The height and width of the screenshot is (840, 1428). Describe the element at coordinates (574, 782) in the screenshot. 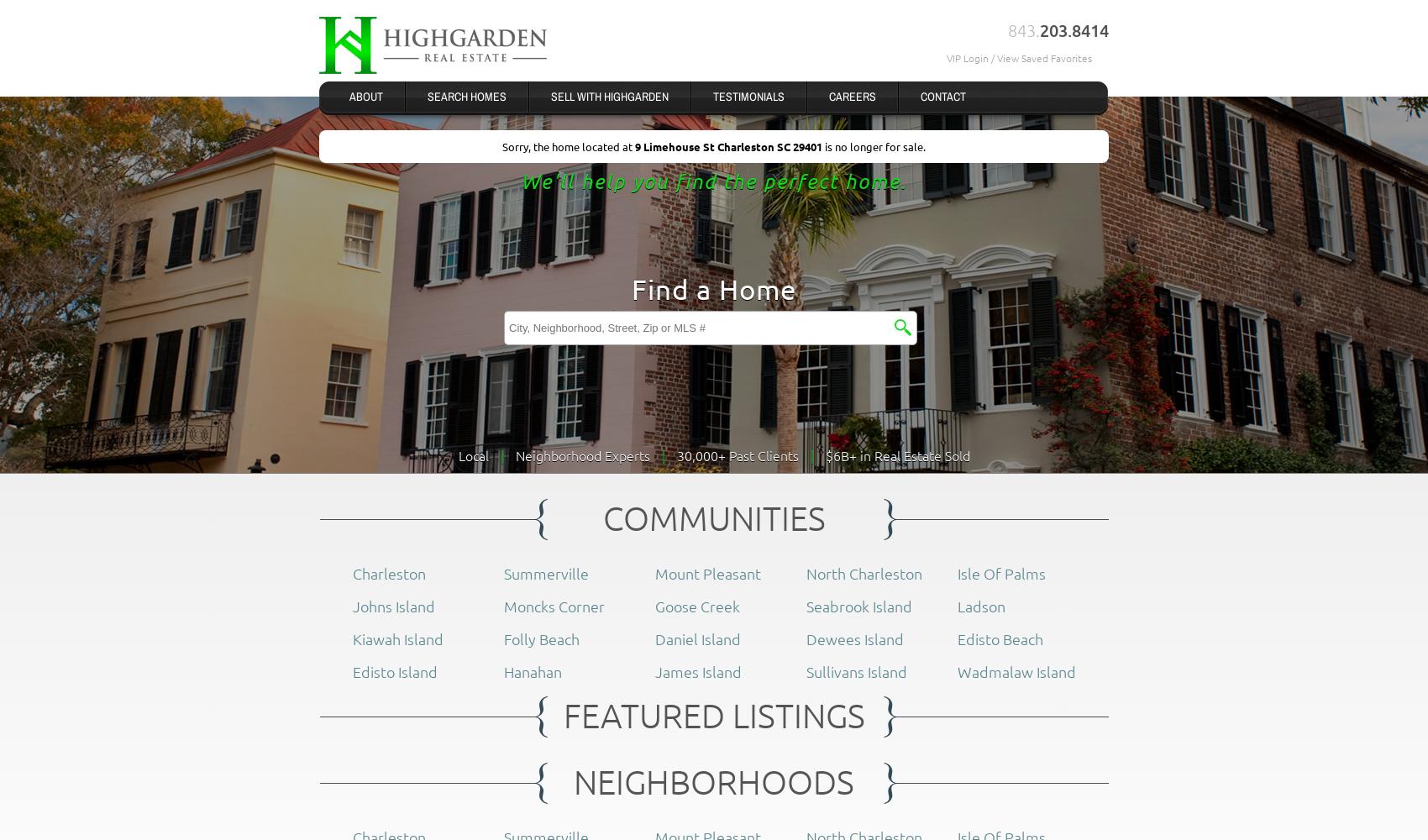

I see `'NEIGHBORHOODS'` at that location.